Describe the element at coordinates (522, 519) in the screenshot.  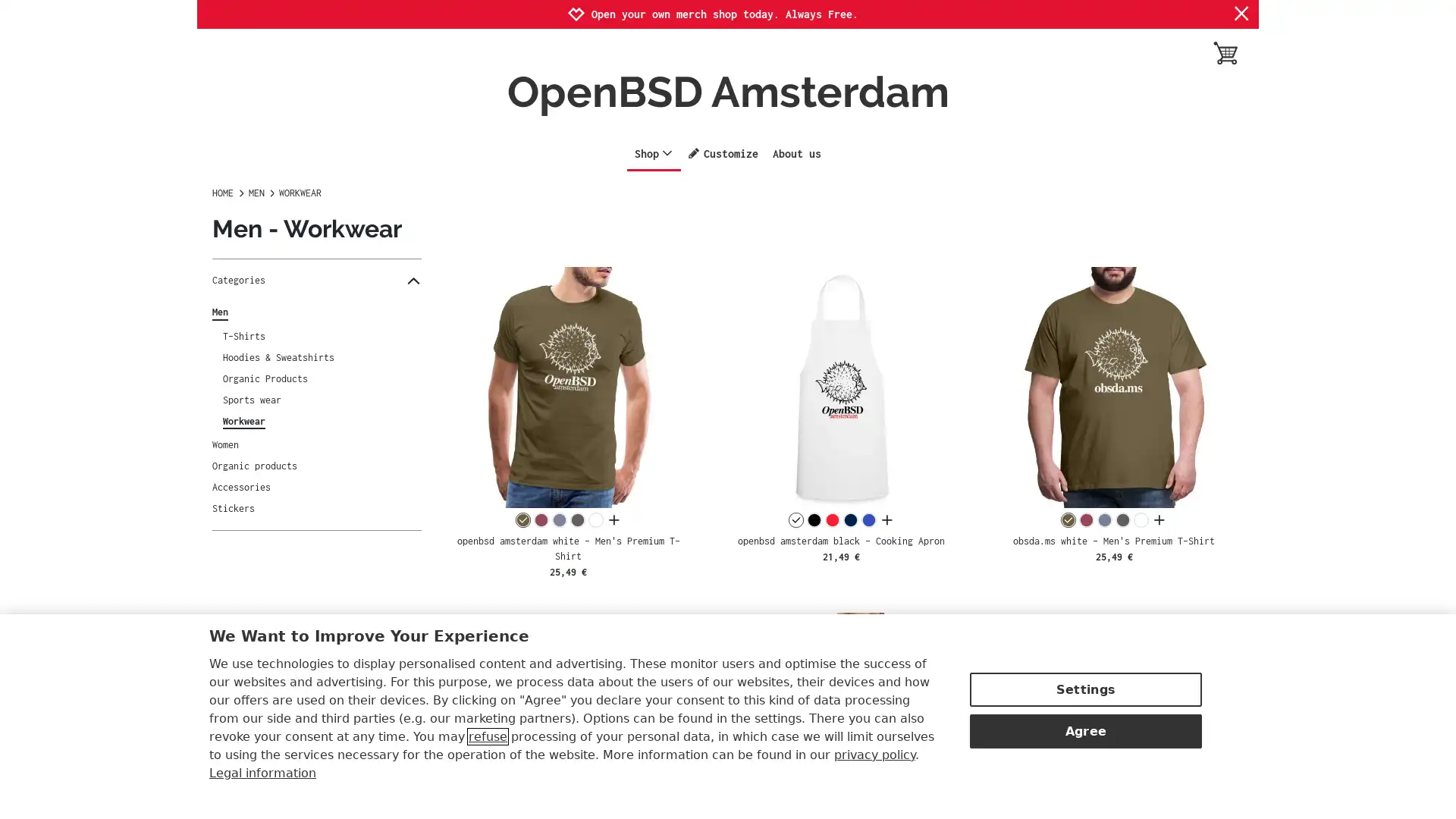
I see `khaki` at that location.